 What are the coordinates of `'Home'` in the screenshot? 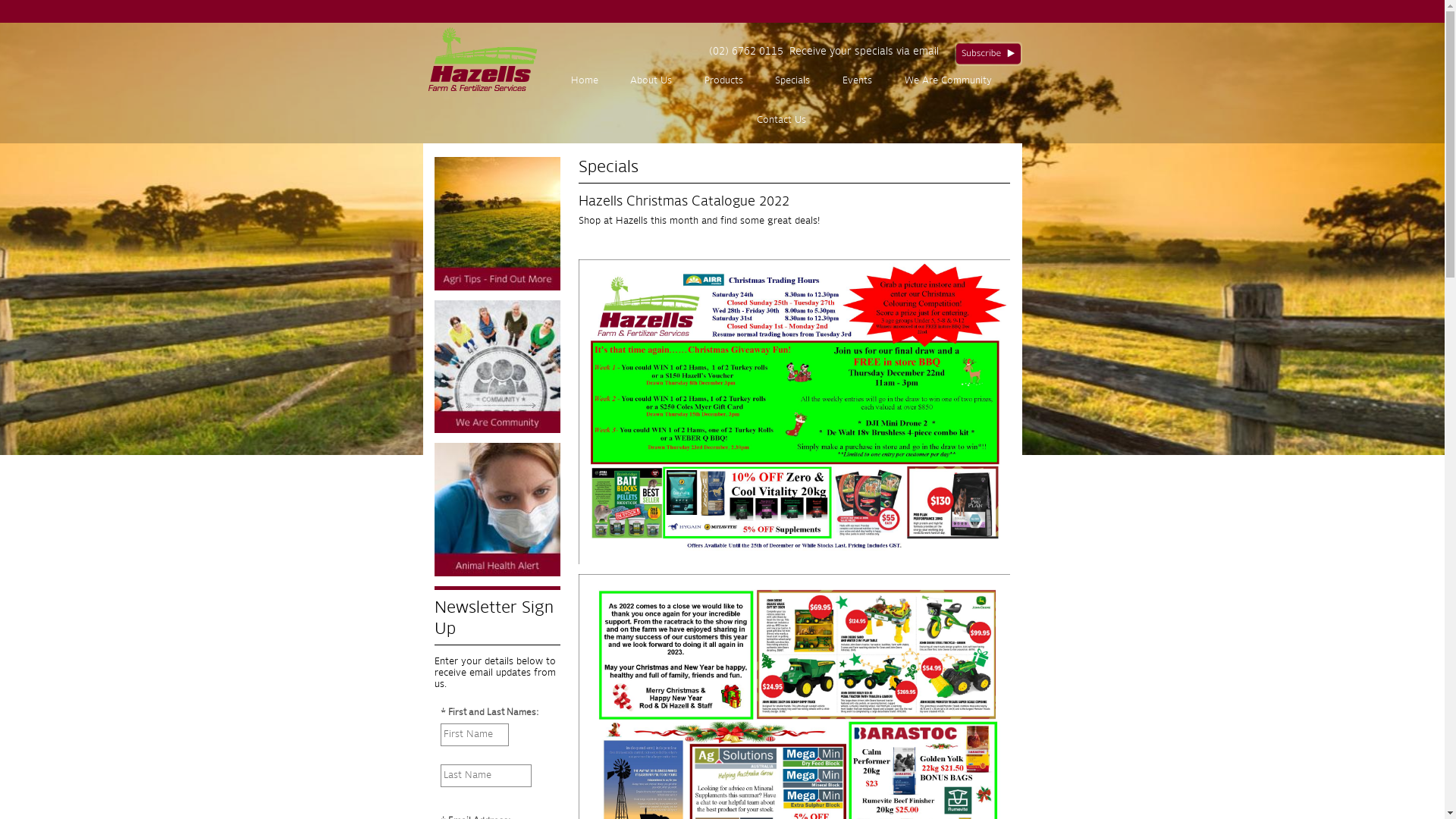 It's located at (583, 81).